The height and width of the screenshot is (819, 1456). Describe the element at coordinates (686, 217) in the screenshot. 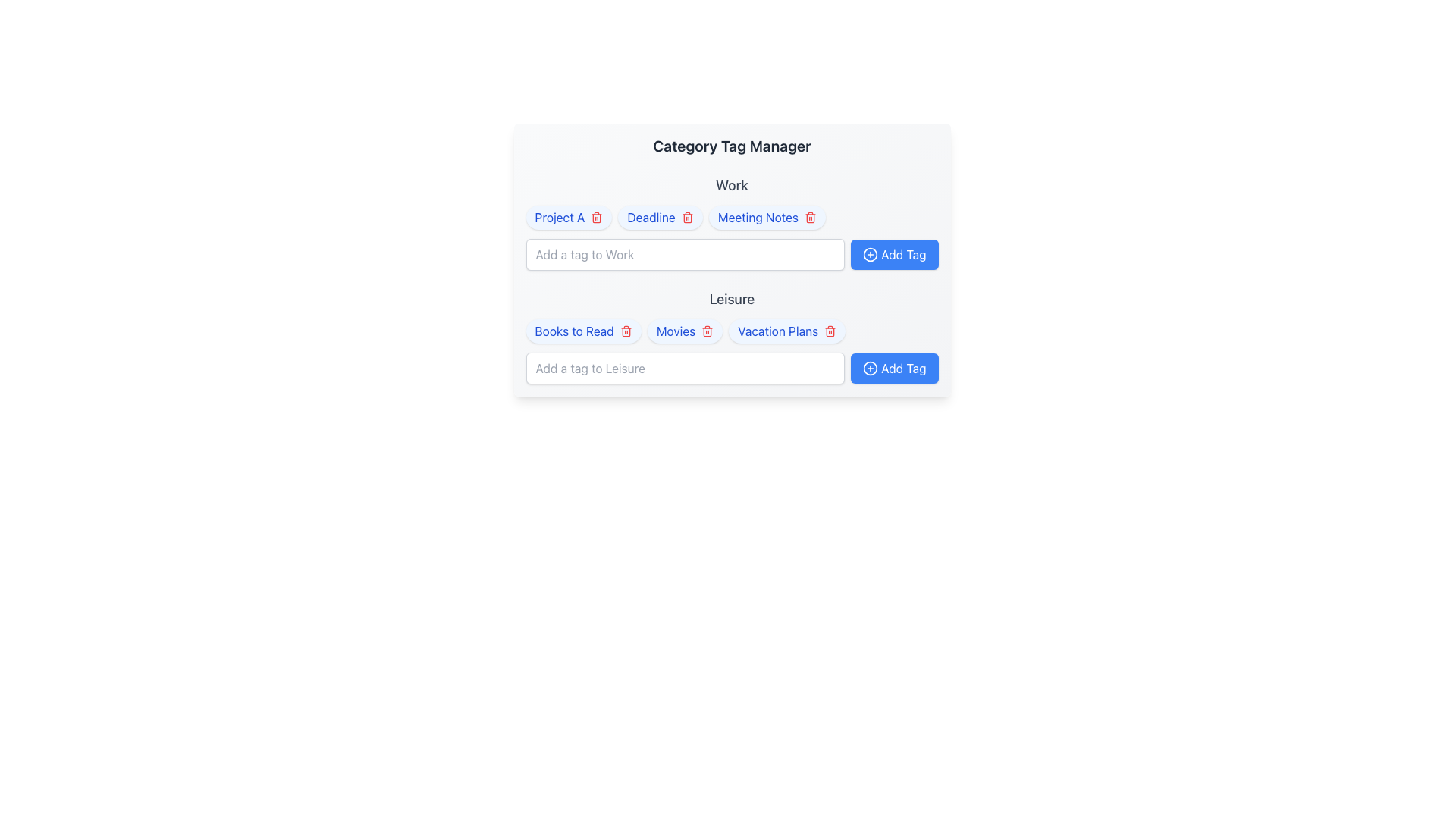

I see `the small red trash icon button located to the immediate right of the 'Deadline' text` at that location.